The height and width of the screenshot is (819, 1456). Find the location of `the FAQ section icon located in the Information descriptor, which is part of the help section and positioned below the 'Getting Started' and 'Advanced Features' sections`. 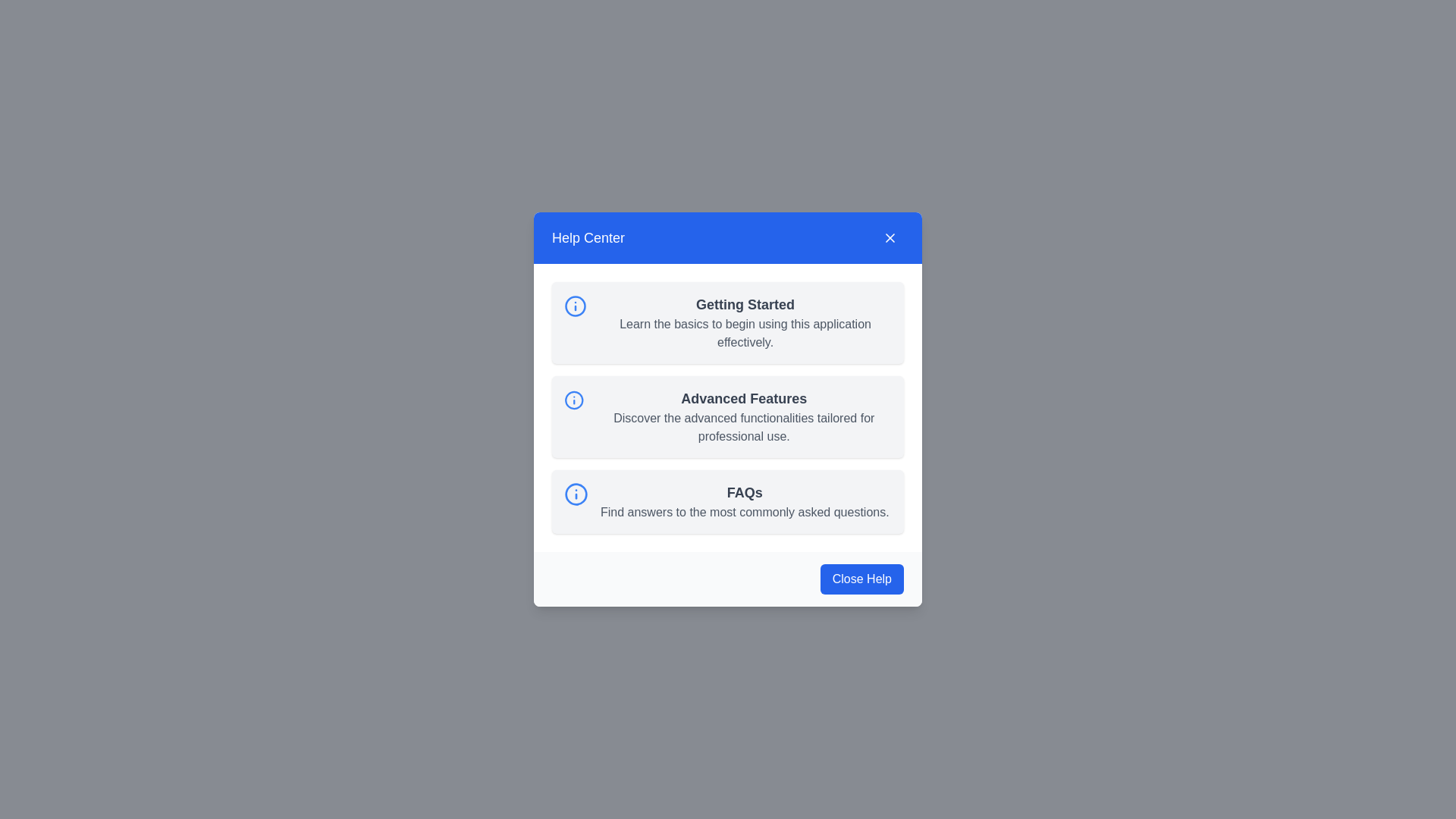

the FAQ section icon located in the Information descriptor, which is part of the help section and positioned below the 'Getting Started' and 'Advanced Features' sections is located at coordinates (728, 502).